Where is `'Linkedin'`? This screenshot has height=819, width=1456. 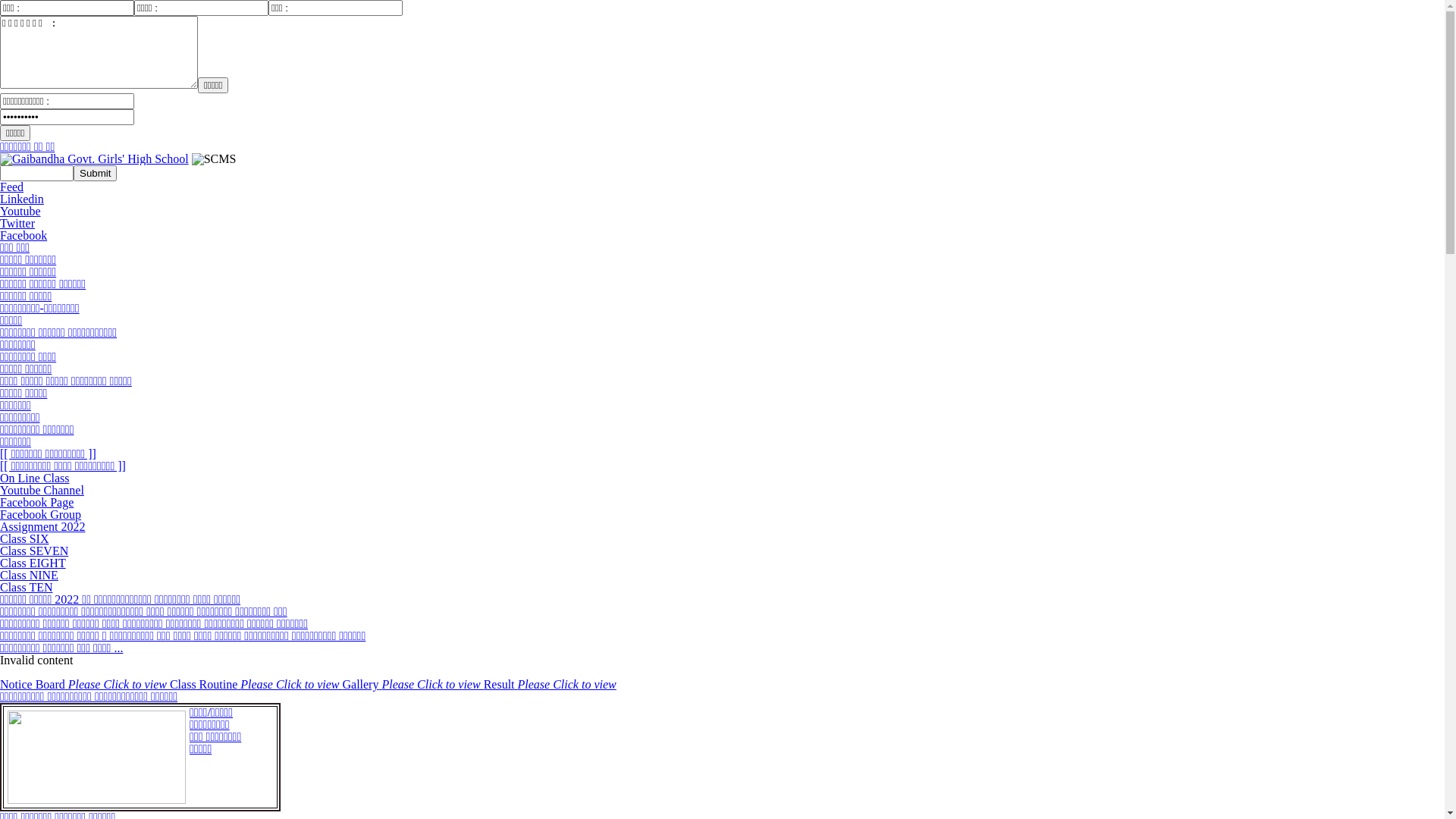 'Linkedin' is located at coordinates (21, 198).